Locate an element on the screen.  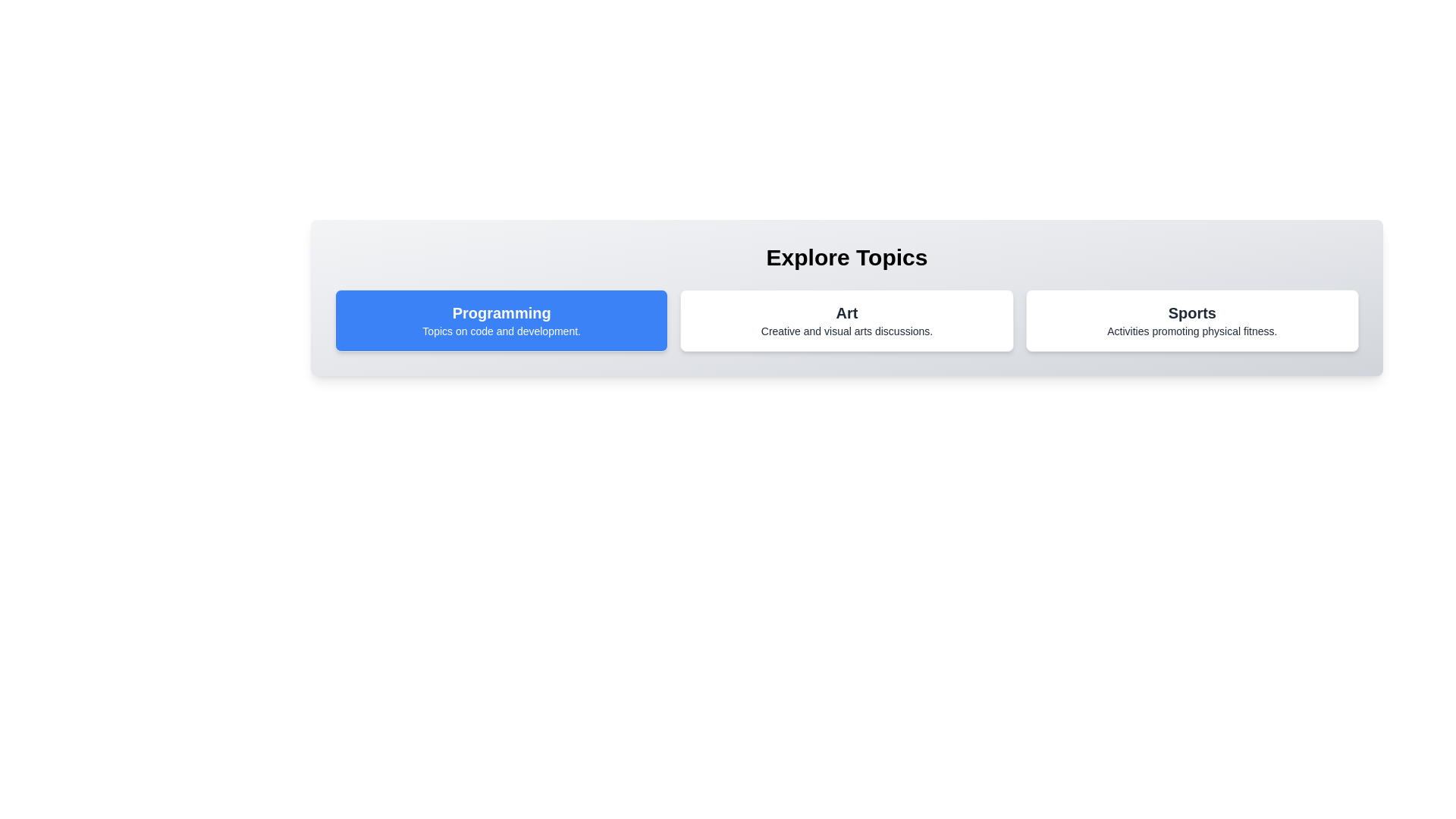
the 'Programming' topic to observe its description text is located at coordinates (501, 320).